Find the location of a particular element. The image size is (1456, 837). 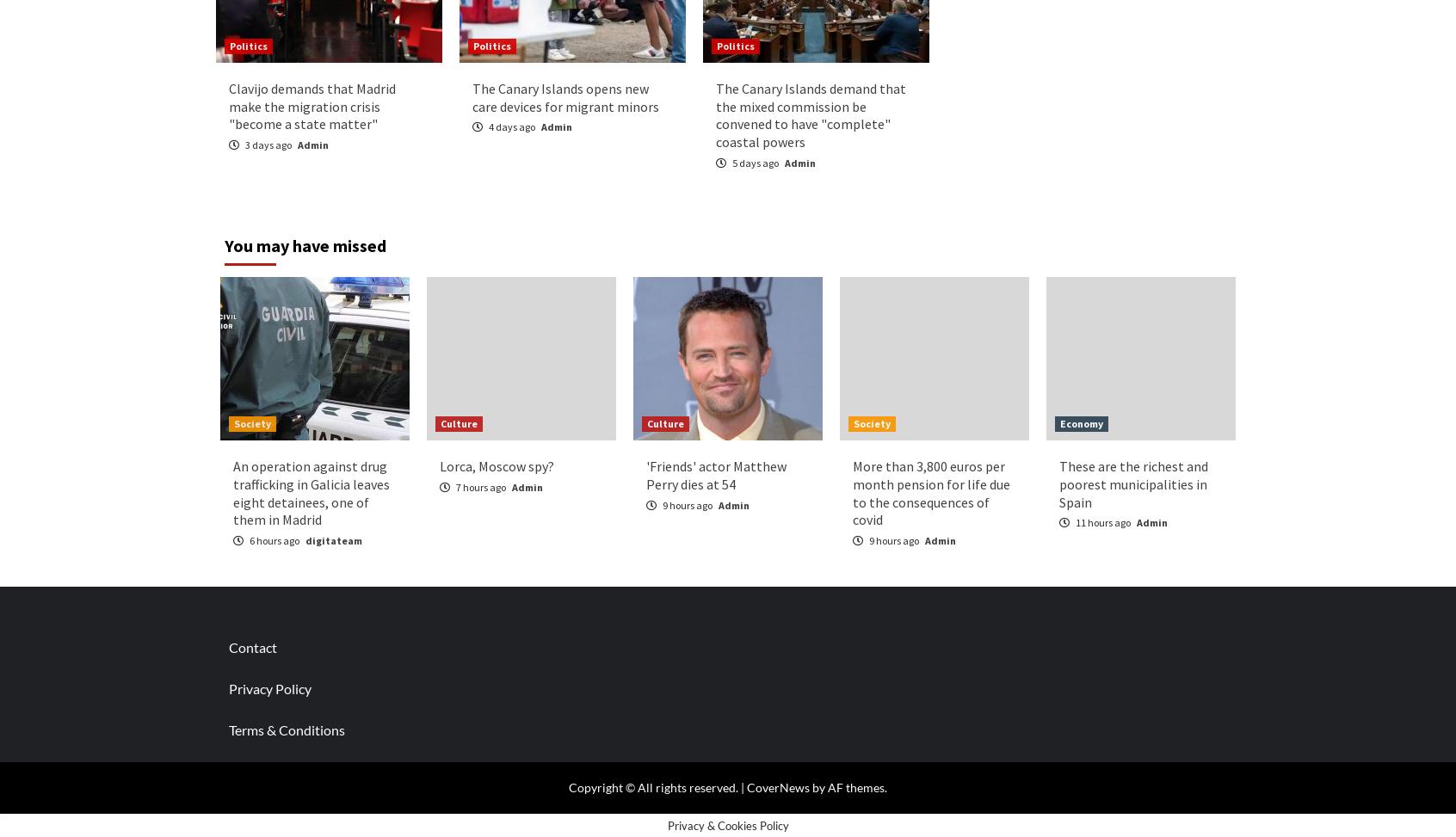

'3 days ago' is located at coordinates (268, 145).